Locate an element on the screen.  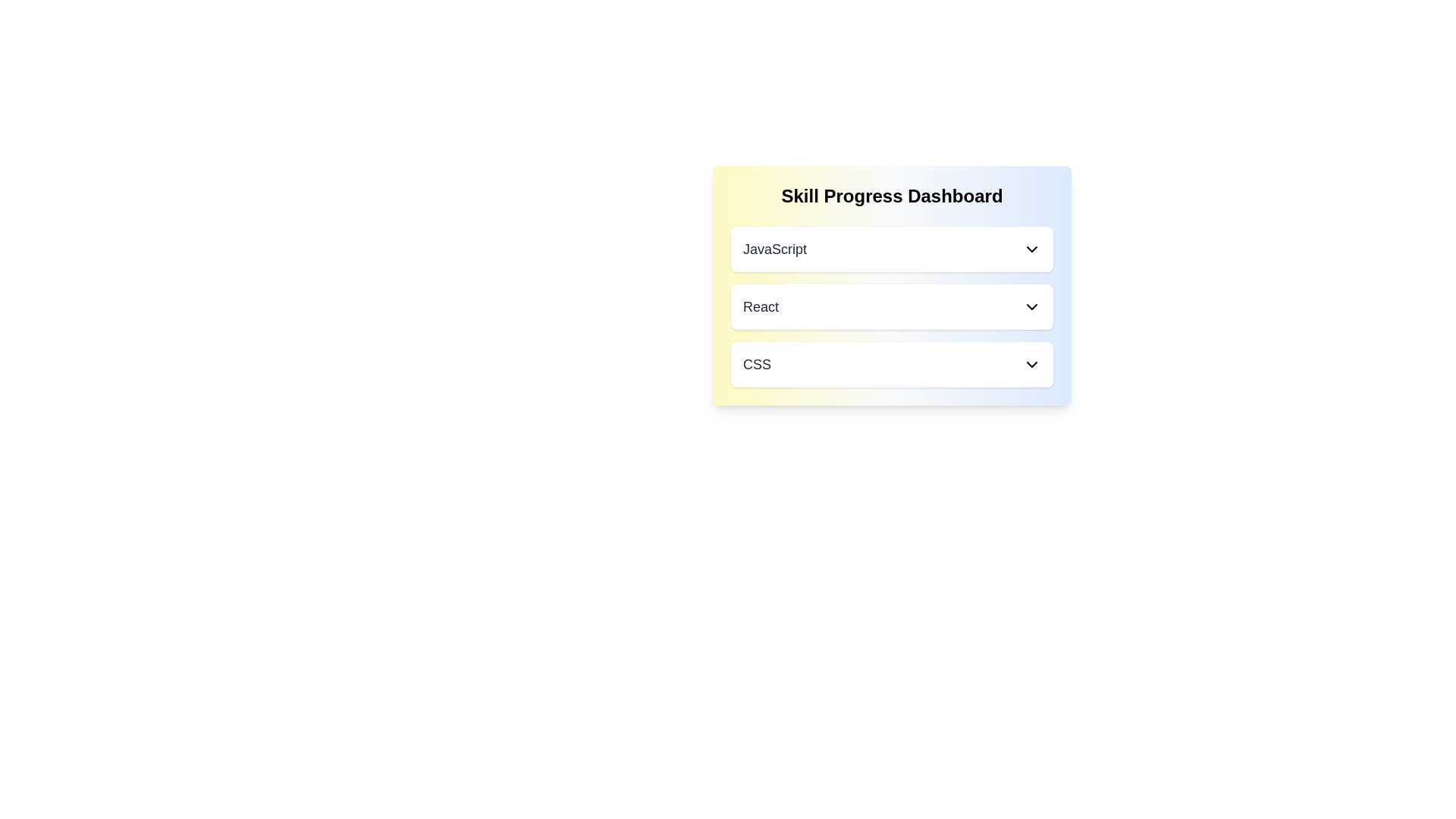
the 'React' skill dropdown entry in the skill progress dashboard is located at coordinates (892, 286).